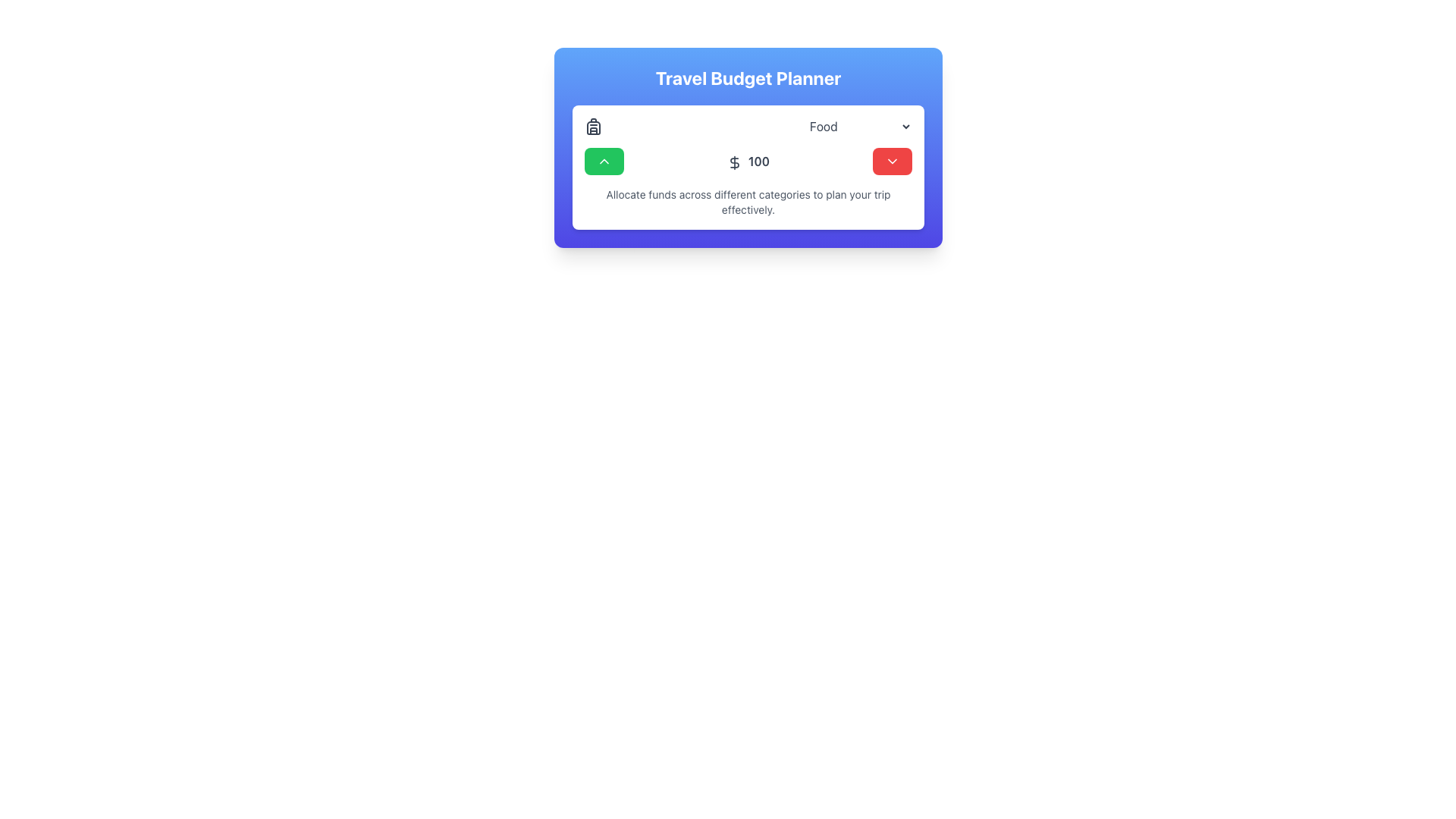 This screenshot has height=819, width=1456. What do you see at coordinates (748, 161) in the screenshot?
I see `the numeric value '100' displayed in bold text, which is centrally located in the 'fund allocation' bar under the header 'Travel Budget Planner', positioned between the green upward-pointing arrow button and the red downward-pointing arrow button` at bounding box center [748, 161].